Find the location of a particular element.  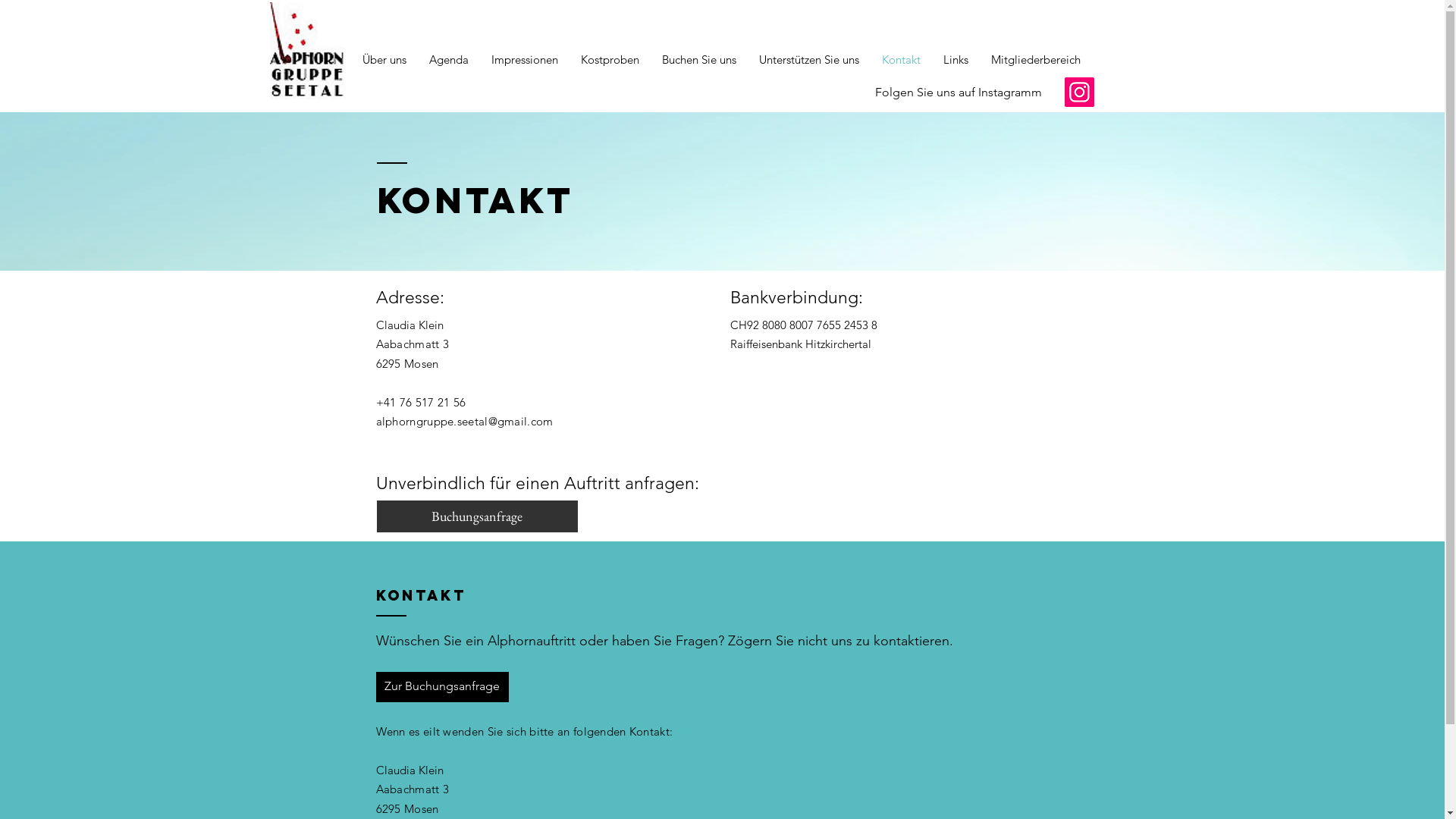

'Alphorngruppe seetal' is located at coordinates (833, 5).